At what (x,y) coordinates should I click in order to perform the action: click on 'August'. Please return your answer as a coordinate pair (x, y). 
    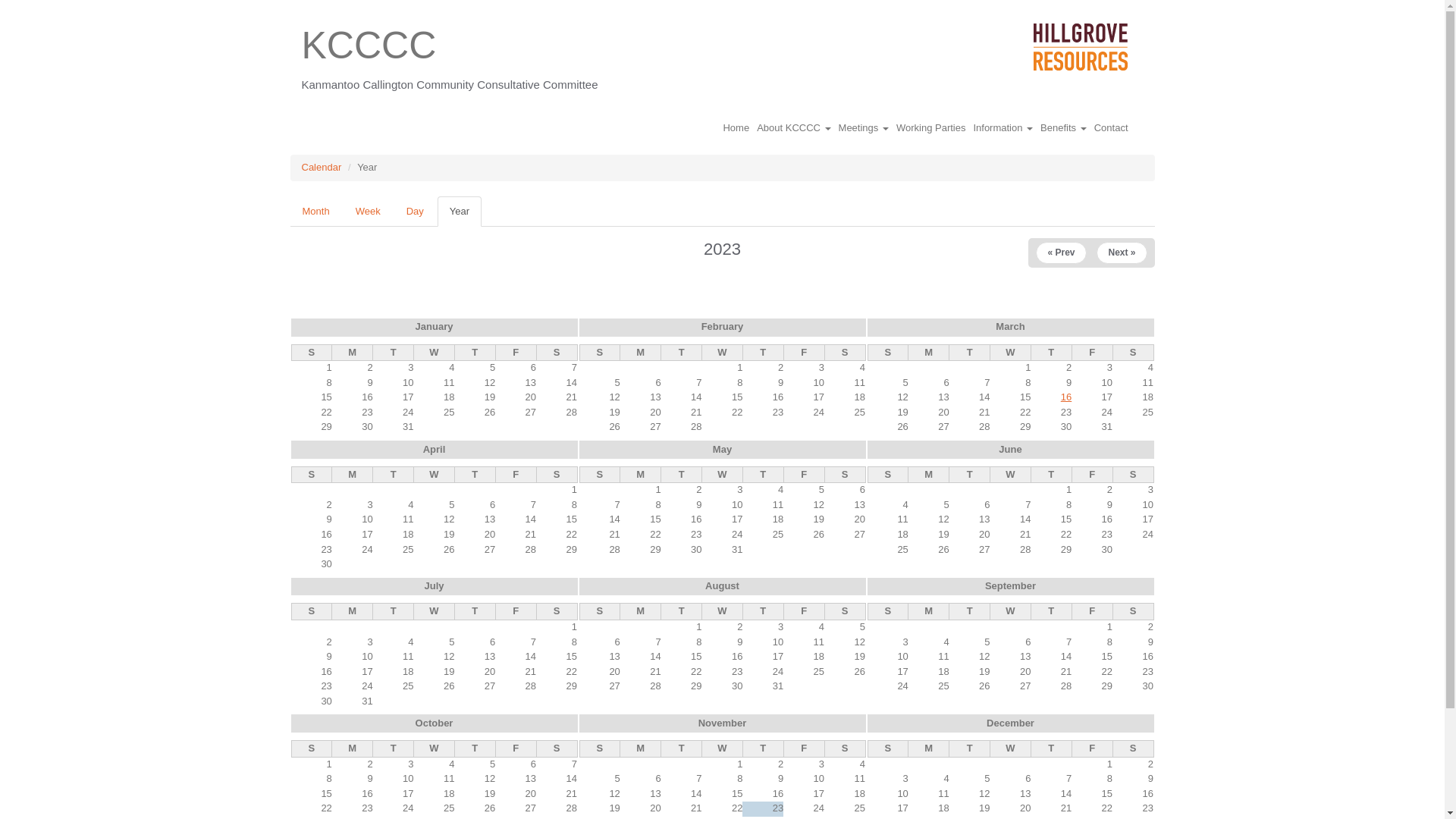
    Looking at the image, I should click on (704, 585).